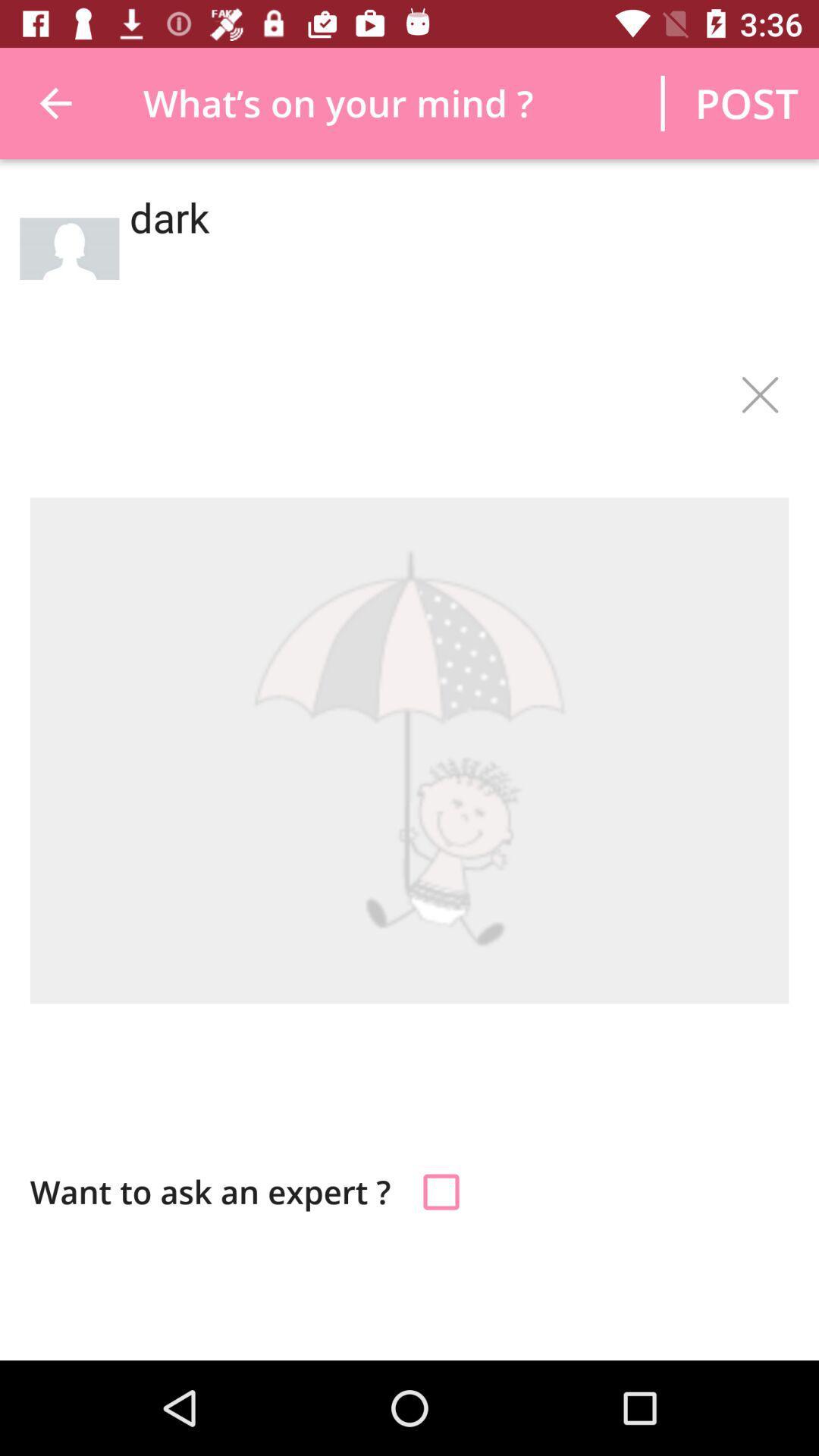 The width and height of the screenshot is (819, 1456). Describe the element at coordinates (55, 102) in the screenshot. I see `icon next to the what s on` at that location.